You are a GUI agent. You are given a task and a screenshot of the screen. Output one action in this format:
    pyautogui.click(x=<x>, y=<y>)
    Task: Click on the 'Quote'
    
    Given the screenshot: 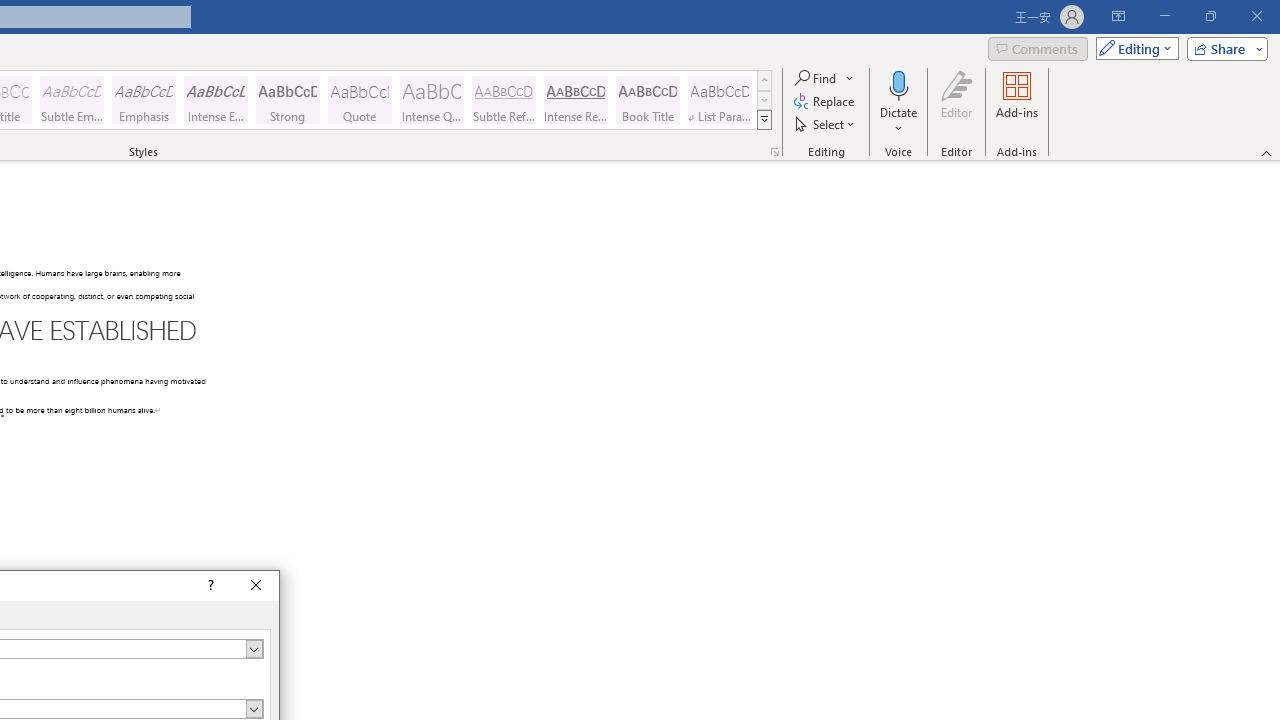 What is the action you would take?
    pyautogui.click(x=359, y=100)
    